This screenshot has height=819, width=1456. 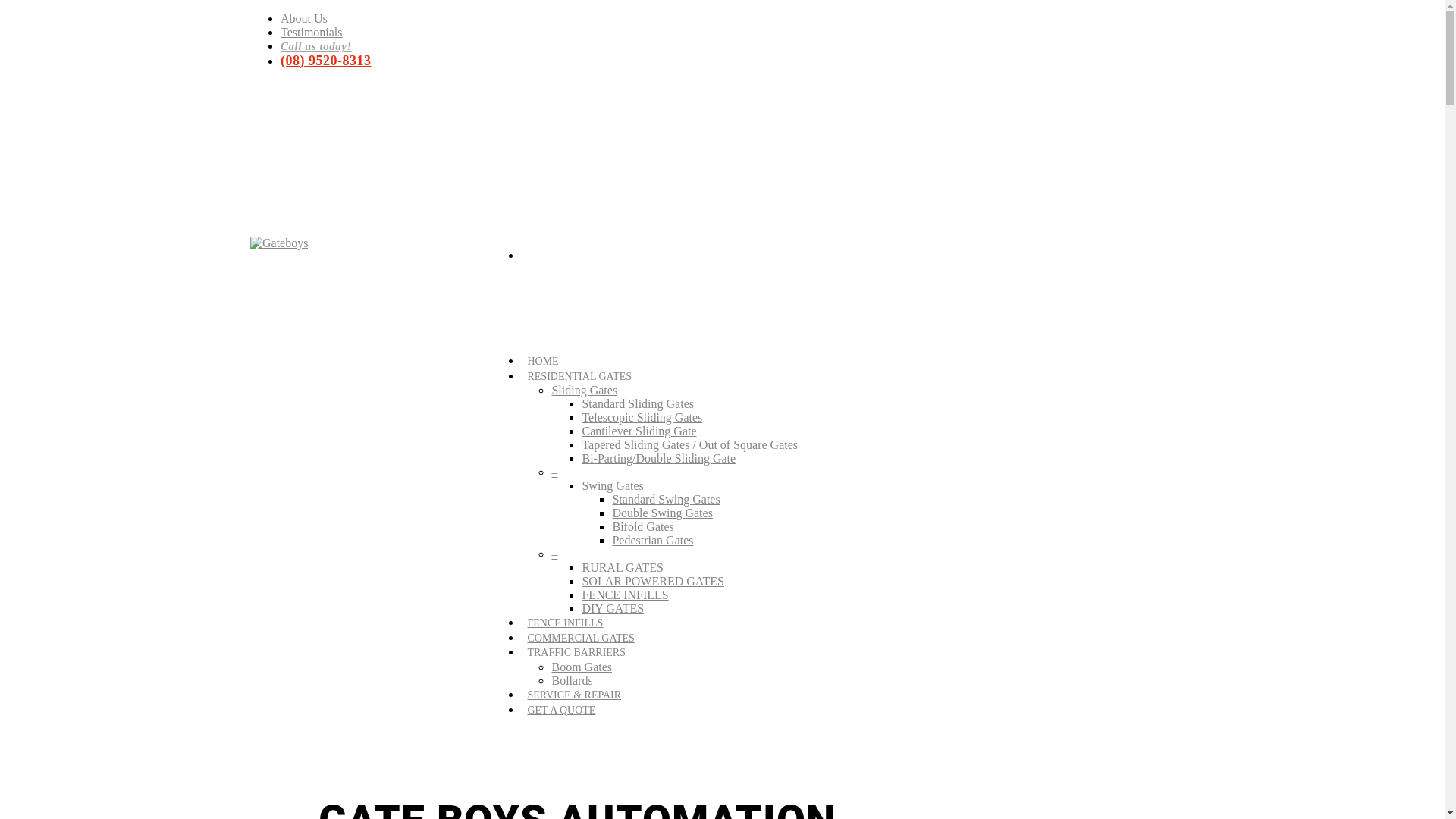 I want to click on 'FENCE INFILLS', so click(x=625, y=594).